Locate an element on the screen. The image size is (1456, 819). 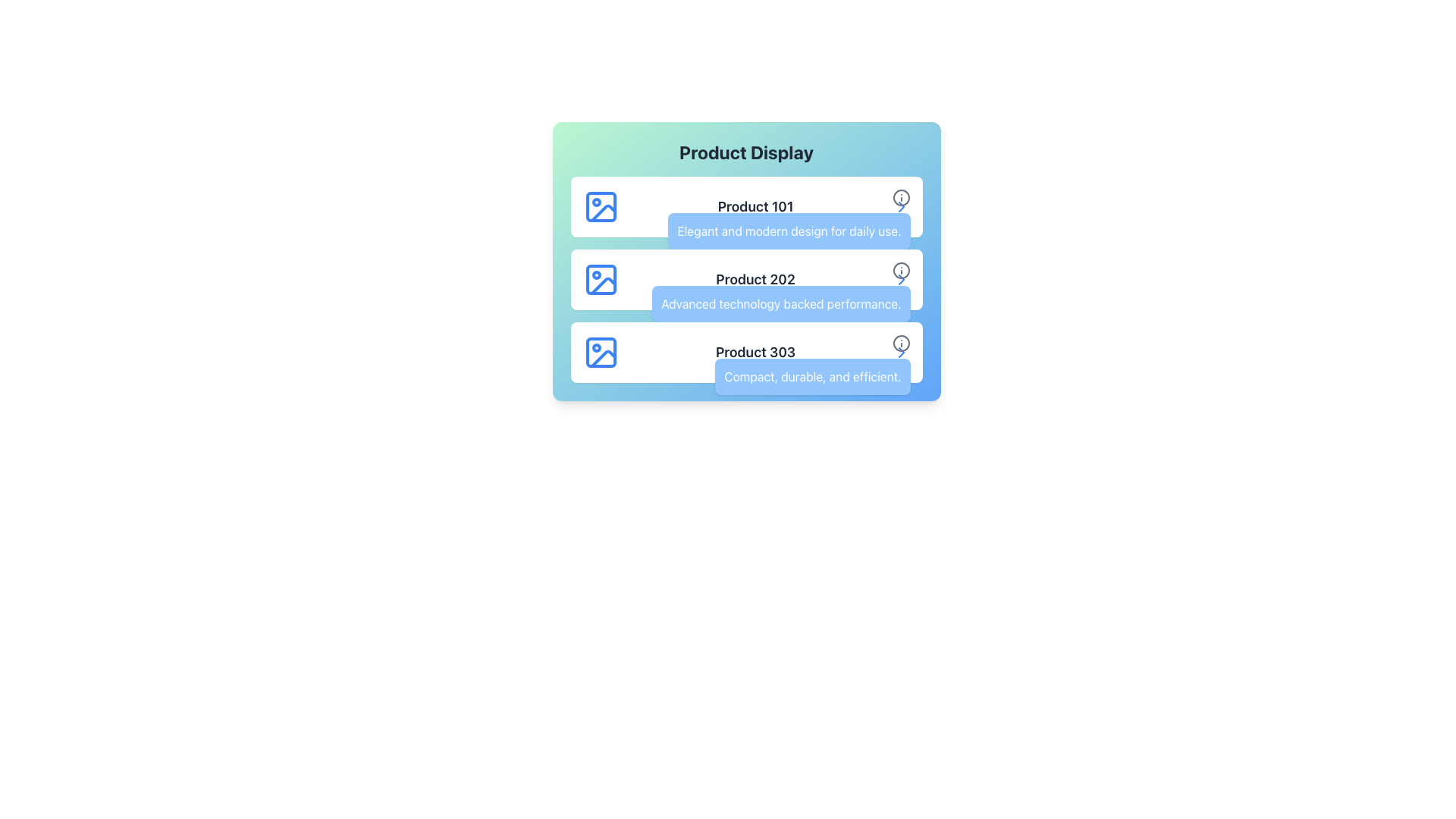
the Text Display element showing 'Product 303' with a description 'Compact, durable, and efficient' located in the third row of product displays is located at coordinates (755, 353).